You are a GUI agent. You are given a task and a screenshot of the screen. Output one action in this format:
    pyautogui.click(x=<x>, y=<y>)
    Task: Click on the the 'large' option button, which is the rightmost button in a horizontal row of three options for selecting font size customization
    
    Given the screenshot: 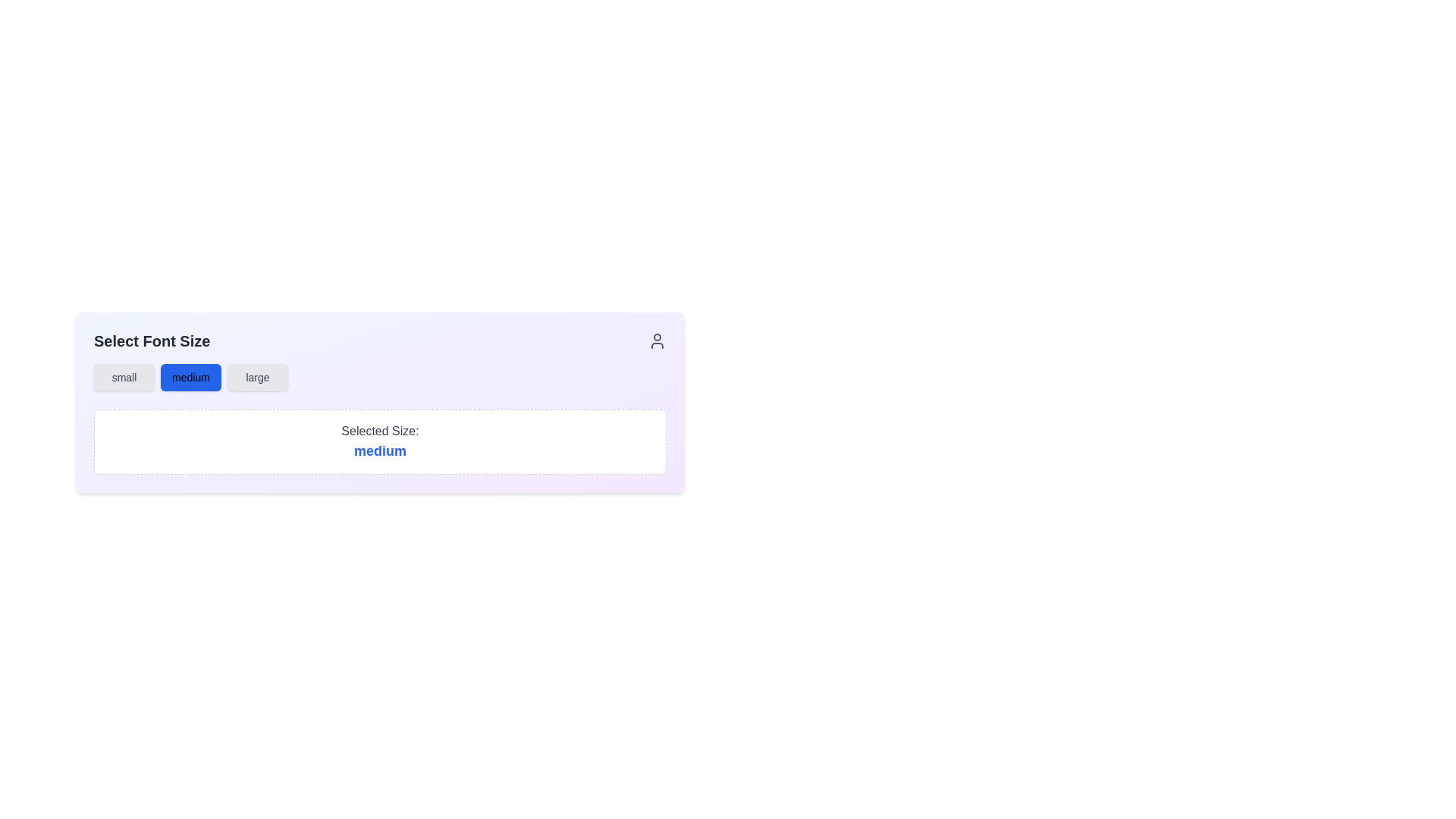 What is the action you would take?
    pyautogui.click(x=258, y=376)
    